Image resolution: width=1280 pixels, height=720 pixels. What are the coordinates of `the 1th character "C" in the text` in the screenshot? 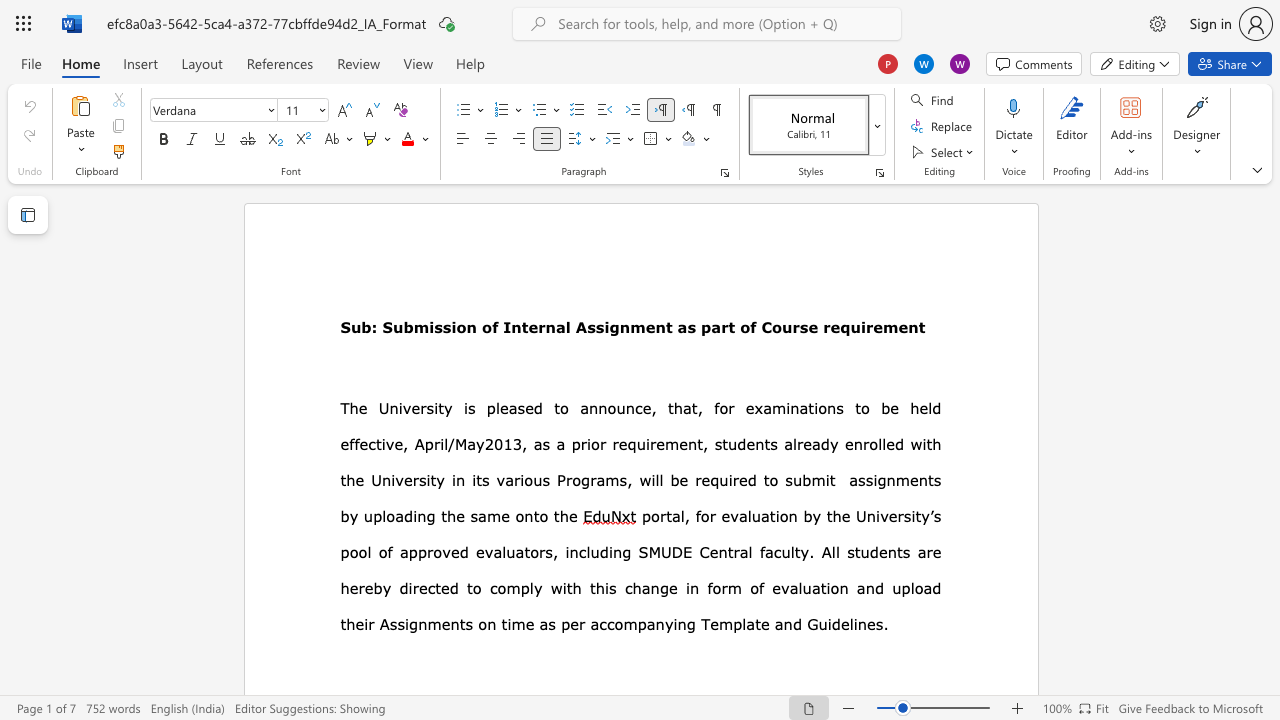 It's located at (765, 326).